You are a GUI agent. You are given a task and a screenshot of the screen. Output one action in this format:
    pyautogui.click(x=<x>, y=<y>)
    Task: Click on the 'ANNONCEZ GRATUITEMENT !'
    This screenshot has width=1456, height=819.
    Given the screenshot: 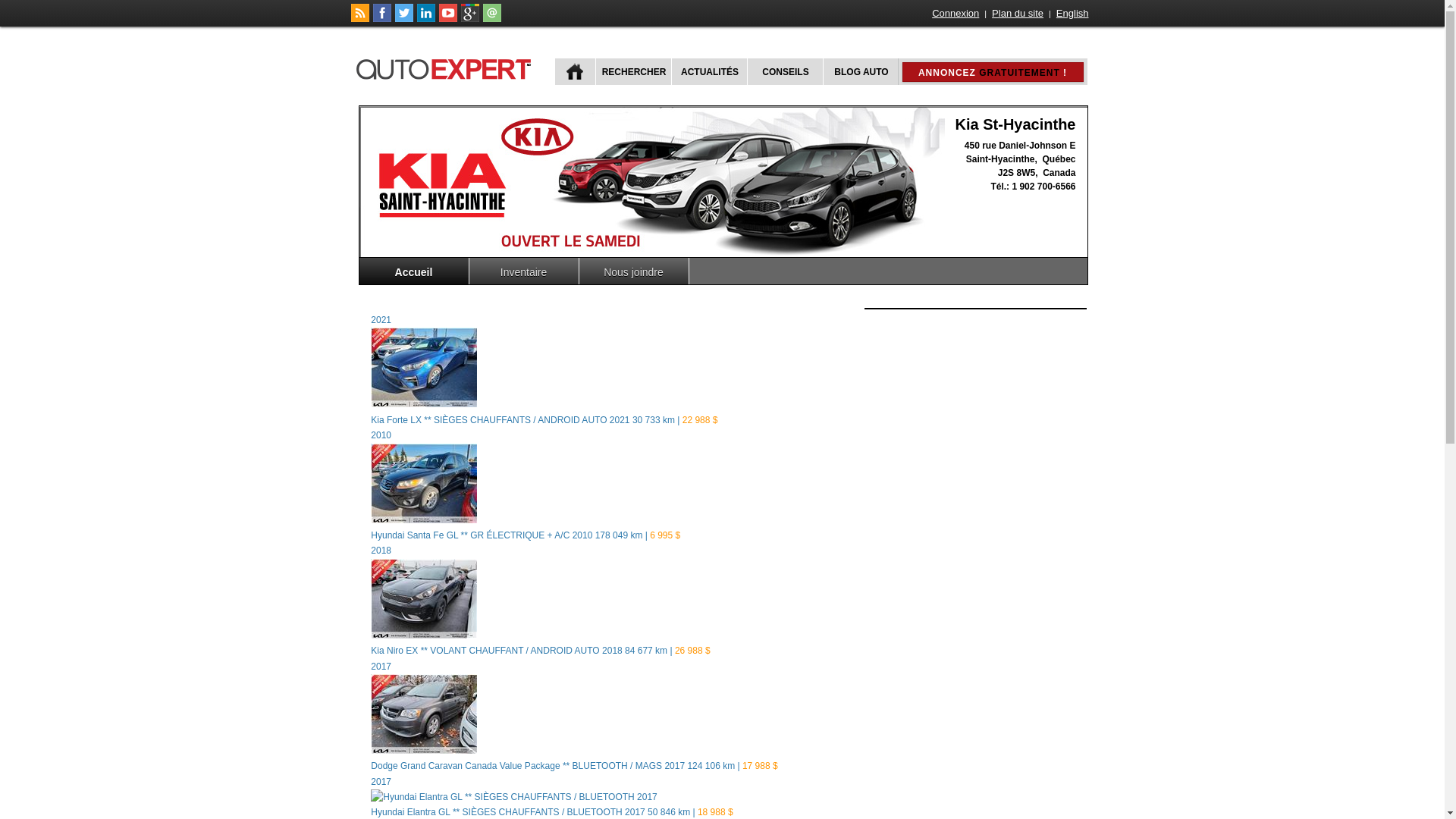 What is the action you would take?
    pyautogui.click(x=993, y=72)
    